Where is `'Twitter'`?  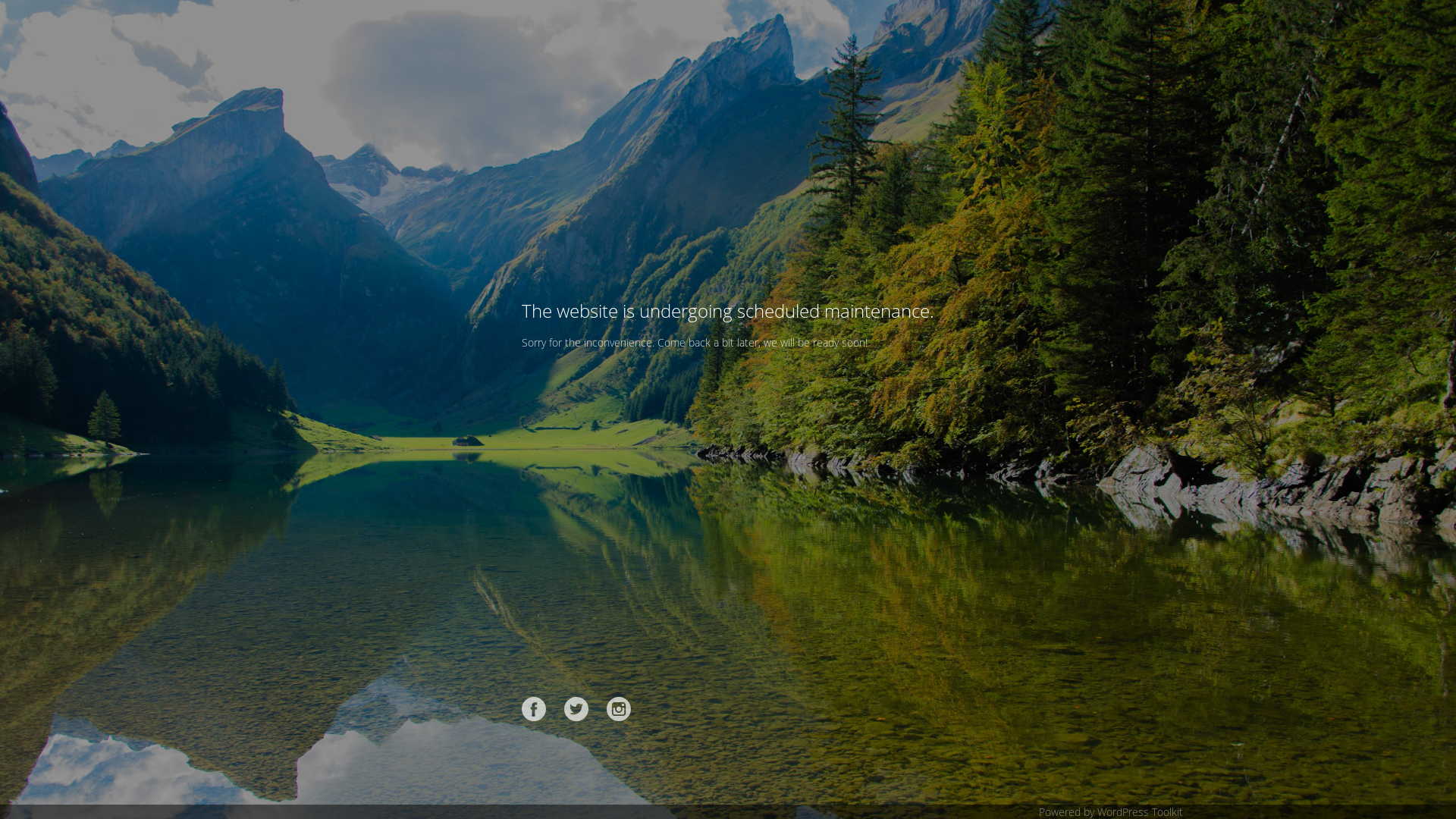
'Twitter' is located at coordinates (563, 708).